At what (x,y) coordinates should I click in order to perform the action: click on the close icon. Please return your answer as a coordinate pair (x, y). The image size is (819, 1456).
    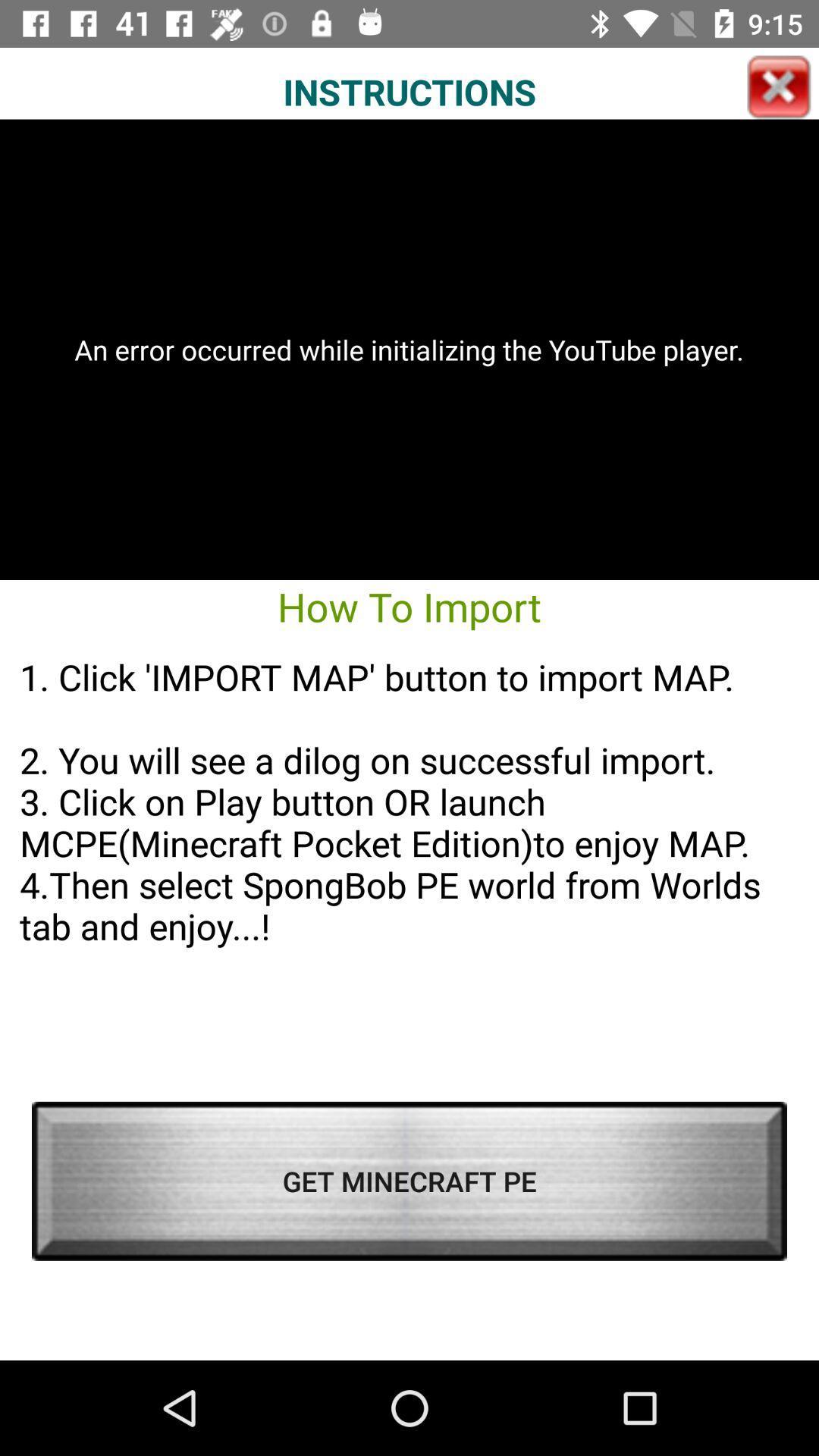
    Looking at the image, I should click on (779, 86).